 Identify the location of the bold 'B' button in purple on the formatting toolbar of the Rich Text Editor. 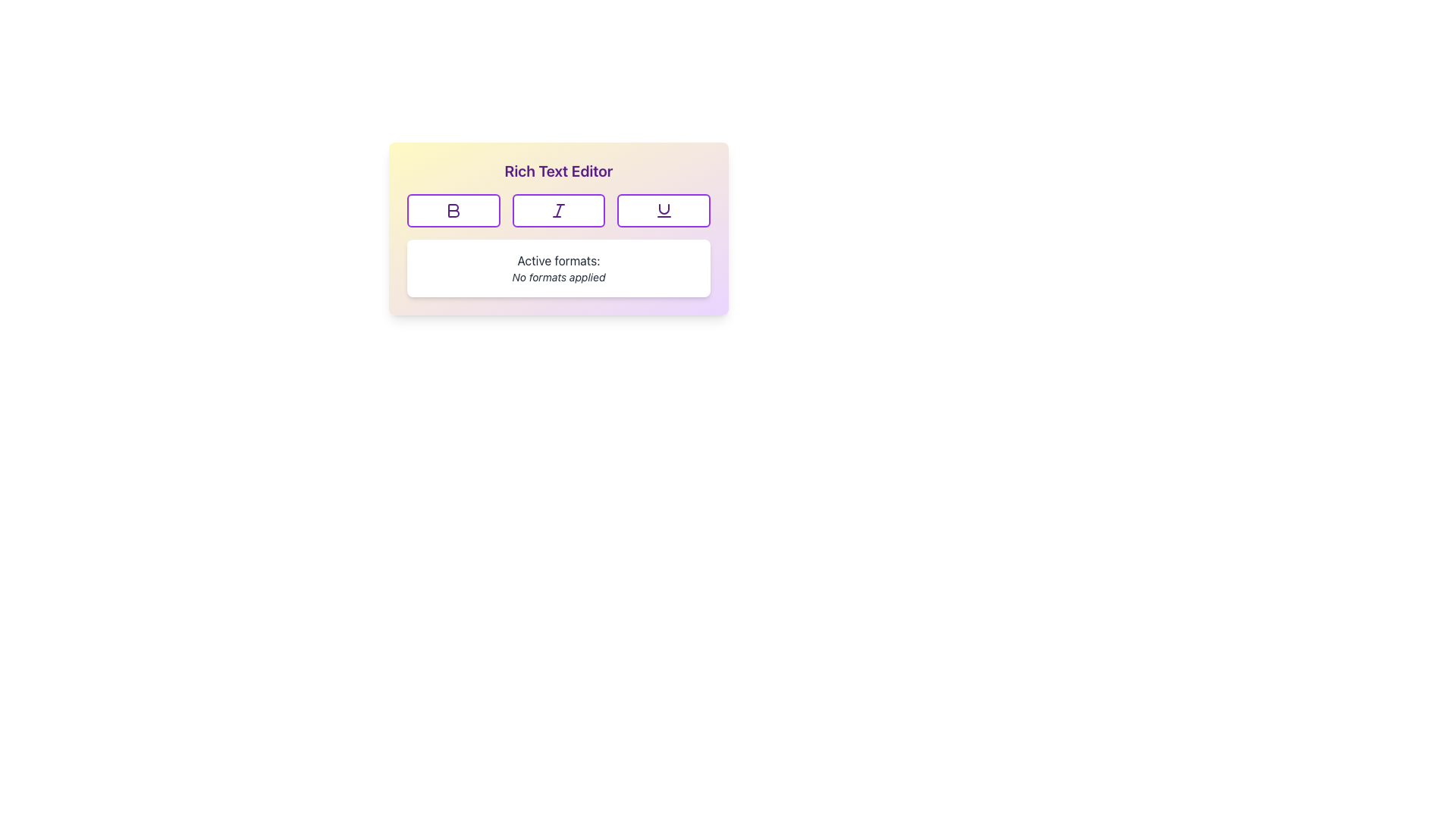
(453, 210).